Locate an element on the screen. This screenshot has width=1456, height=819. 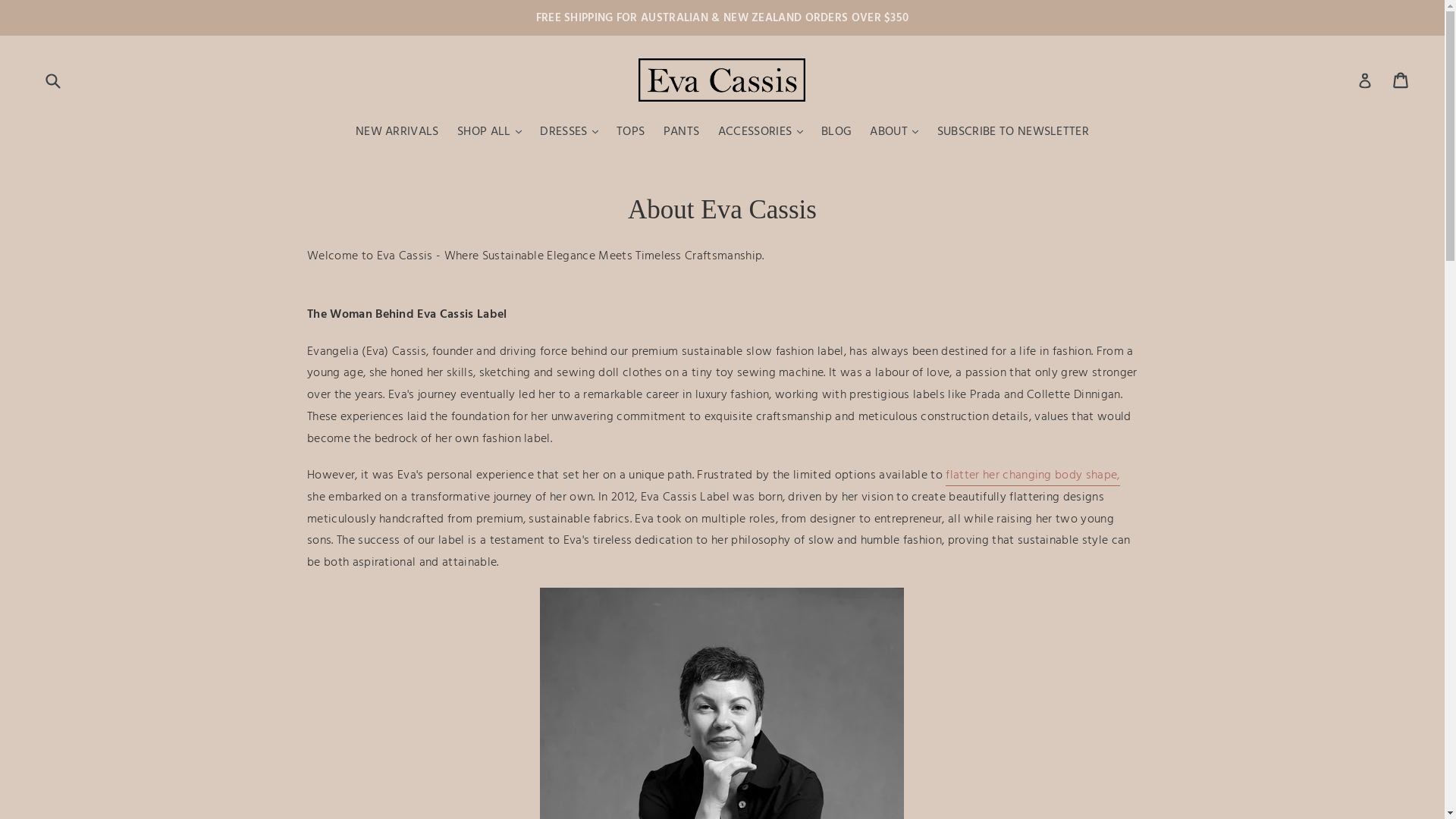
'flatter her changing body shape,' is located at coordinates (1031, 475).